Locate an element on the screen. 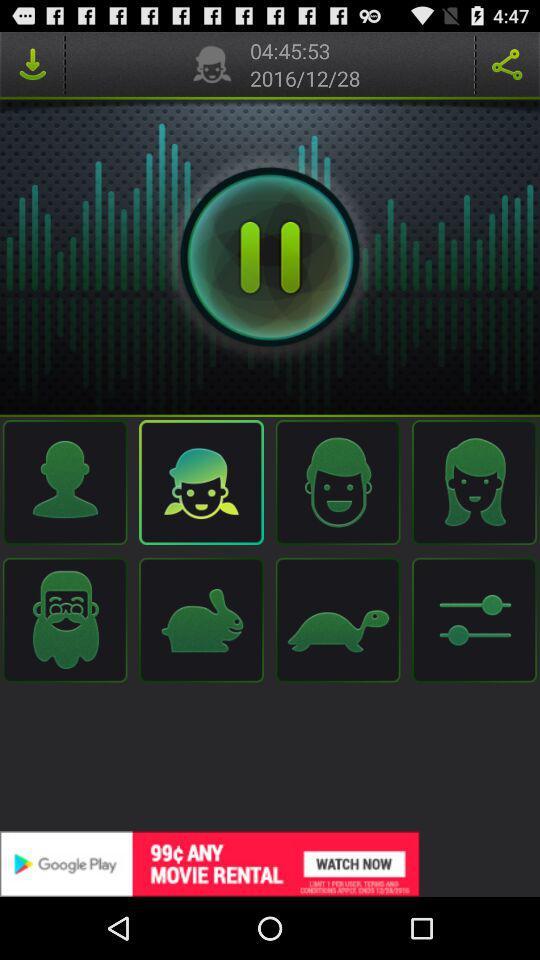  the share icon is located at coordinates (507, 68).